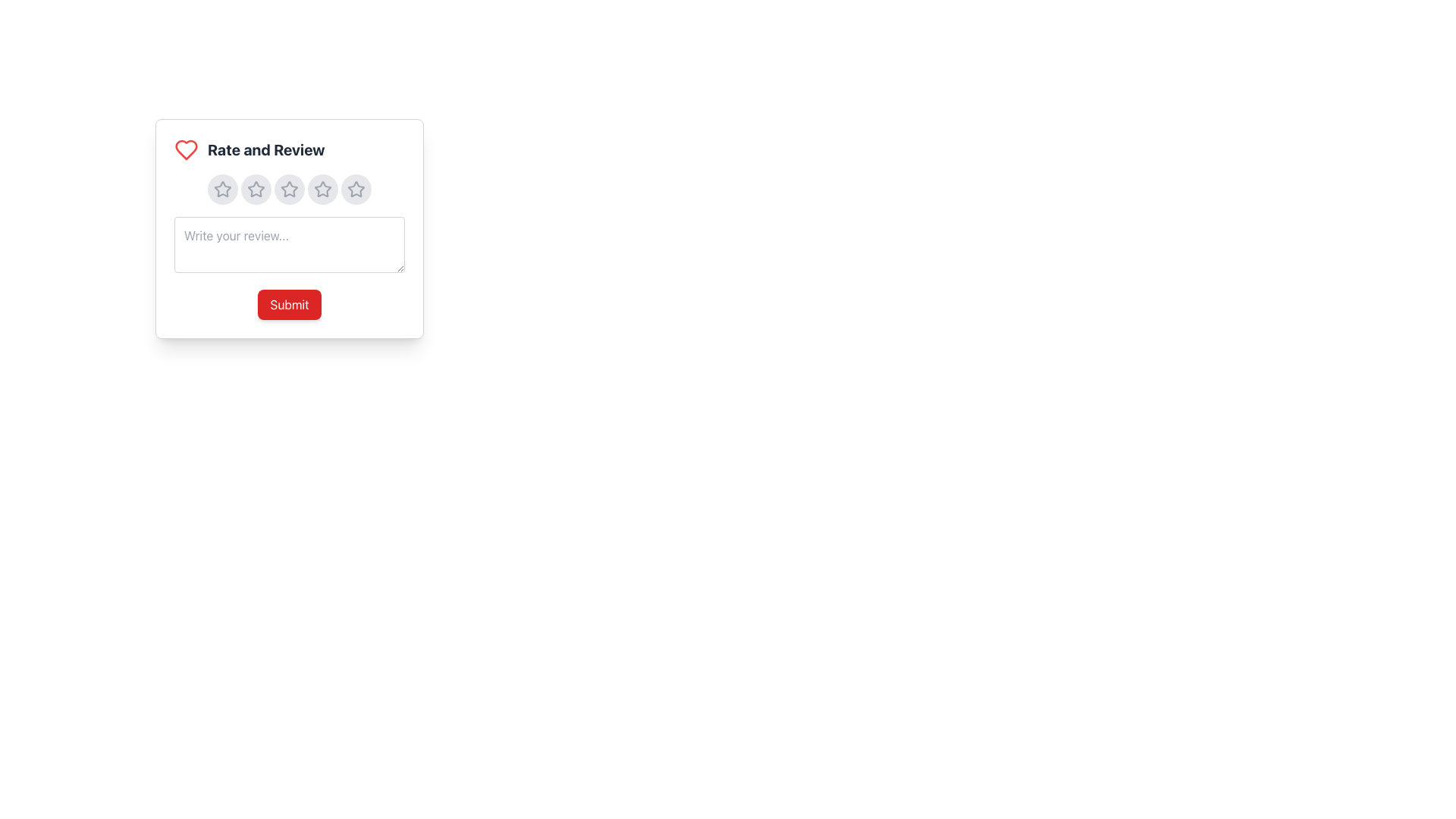 This screenshot has height=819, width=1456. Describe the element at coordinates (256, 189) in the screenshot. I see `the second star icon button used for rating satisfaction` at that location.